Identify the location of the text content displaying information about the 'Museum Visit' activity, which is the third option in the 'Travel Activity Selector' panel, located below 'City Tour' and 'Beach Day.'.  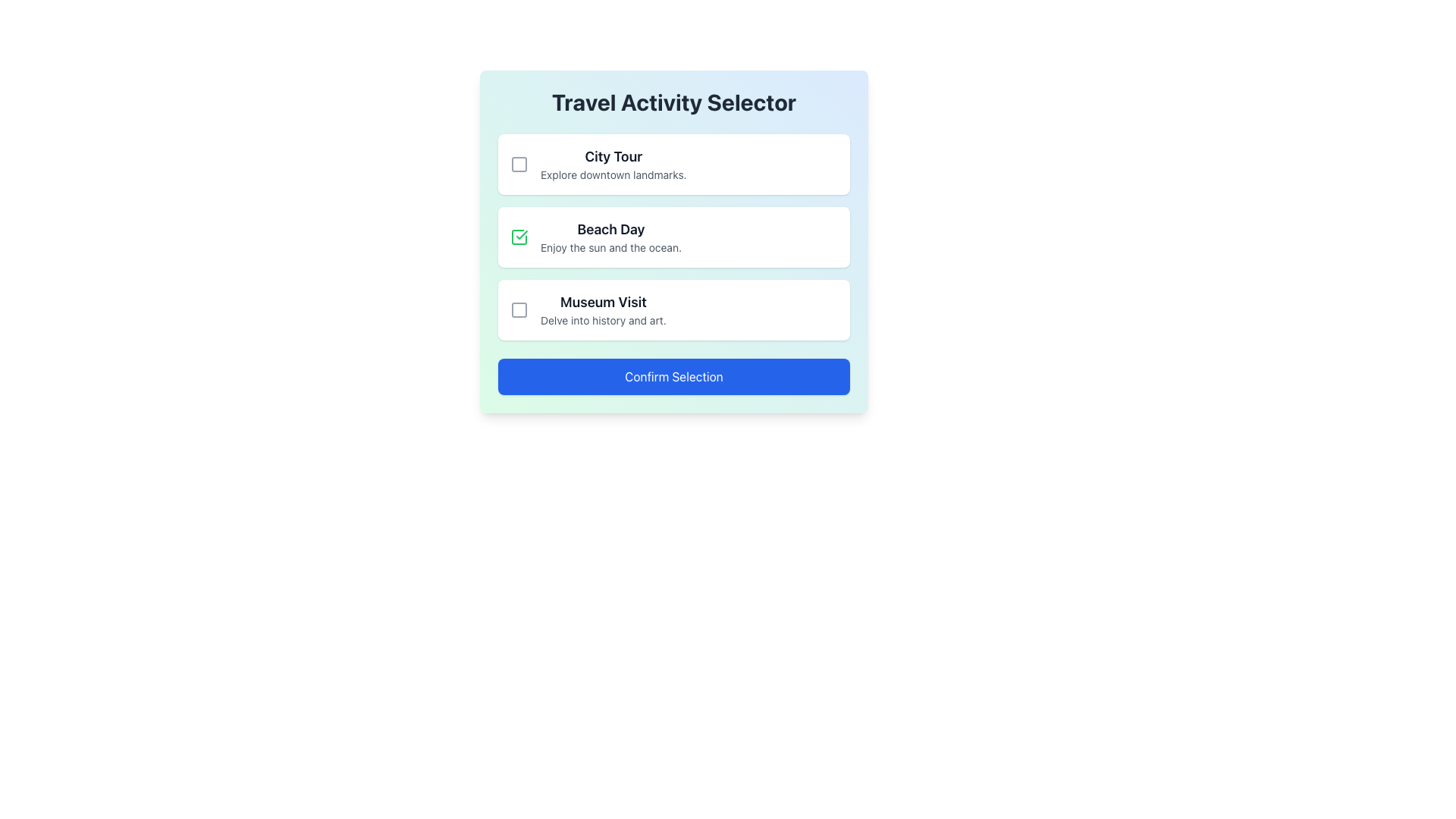
(602, 309).